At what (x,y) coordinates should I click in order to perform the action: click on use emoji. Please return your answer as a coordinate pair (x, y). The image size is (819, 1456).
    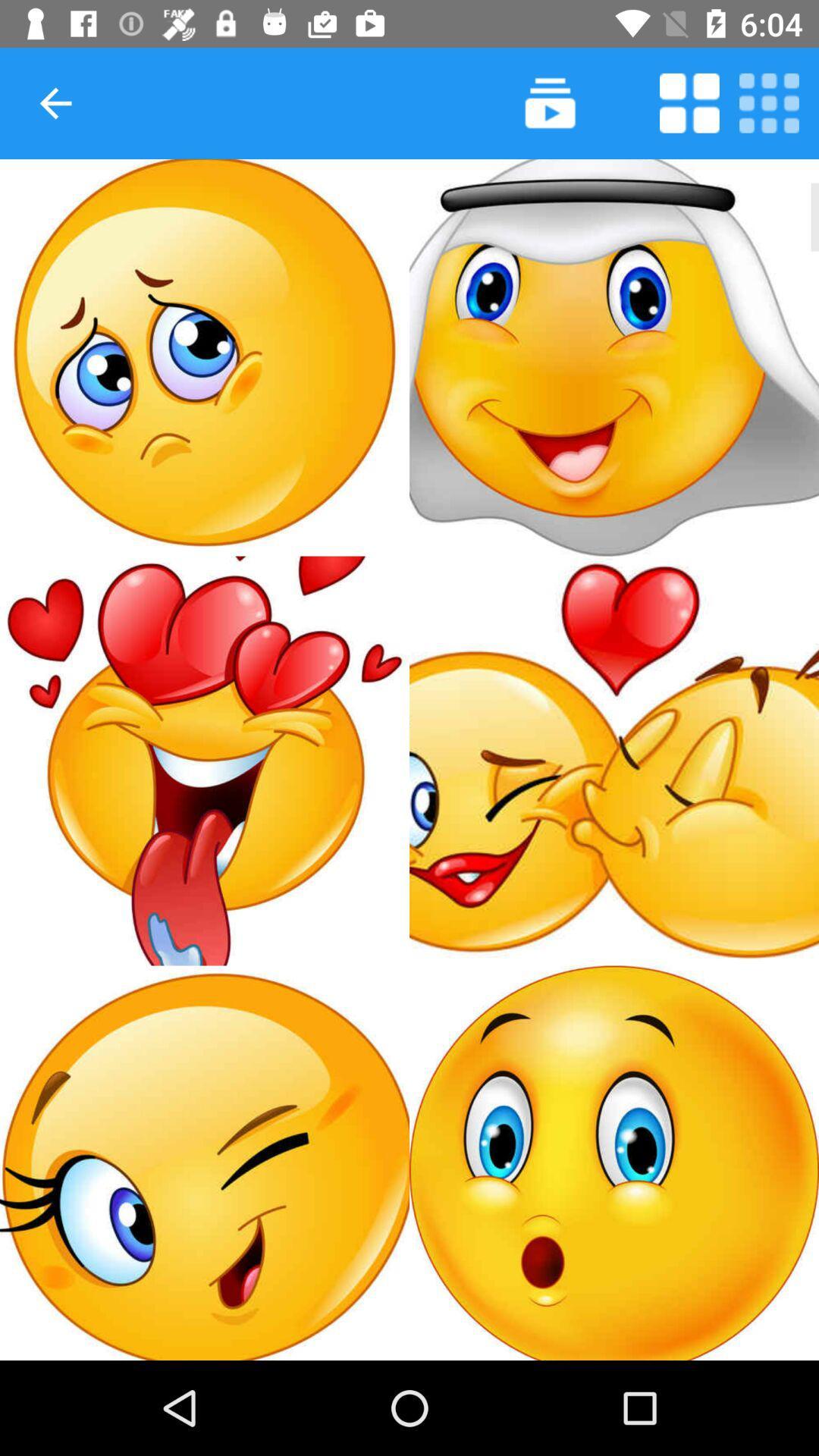
    Looking at the image, I should click on (205, 761).